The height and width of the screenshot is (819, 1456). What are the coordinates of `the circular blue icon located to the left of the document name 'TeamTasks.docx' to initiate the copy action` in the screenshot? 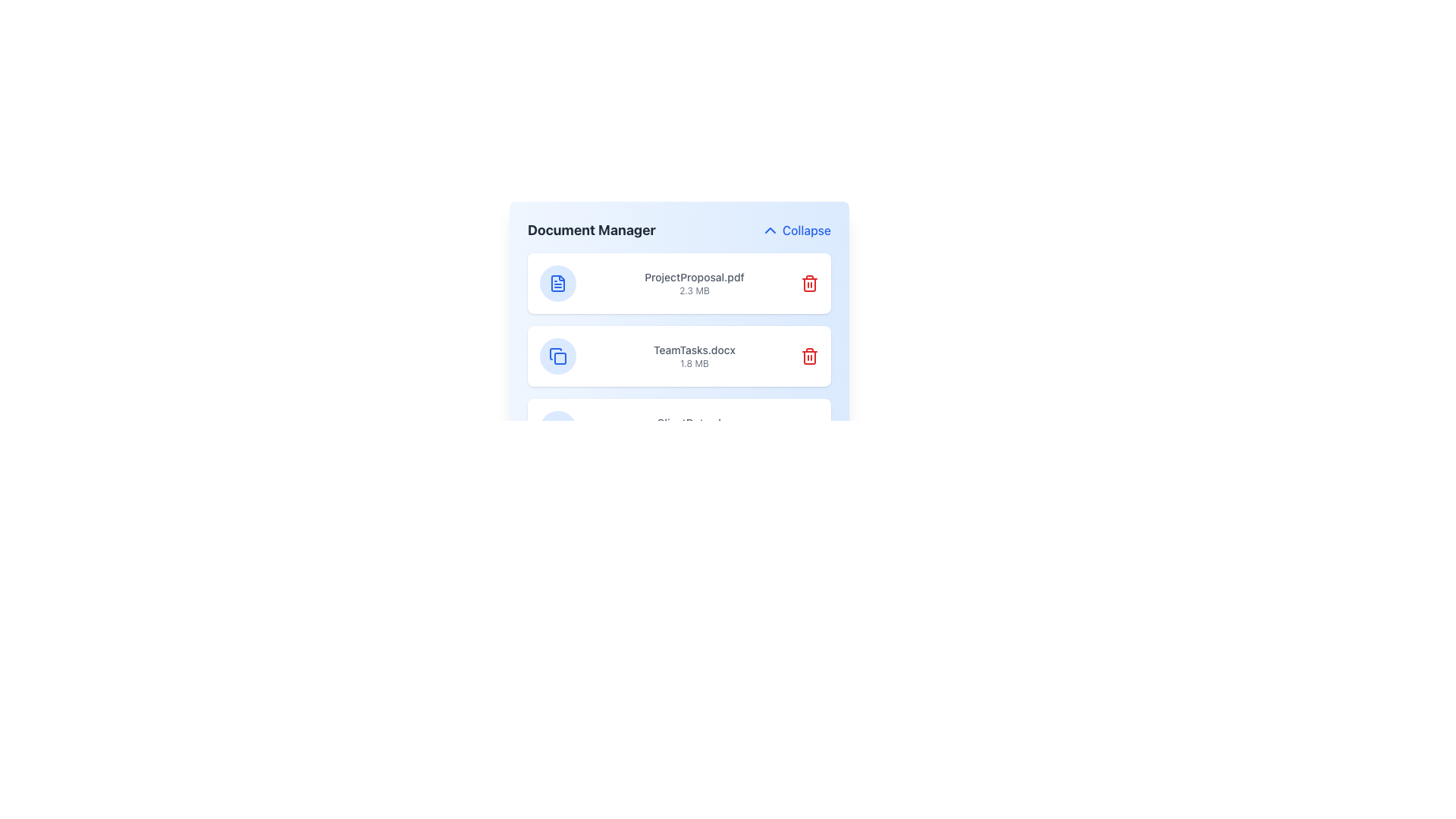 It's located at (557, 356).